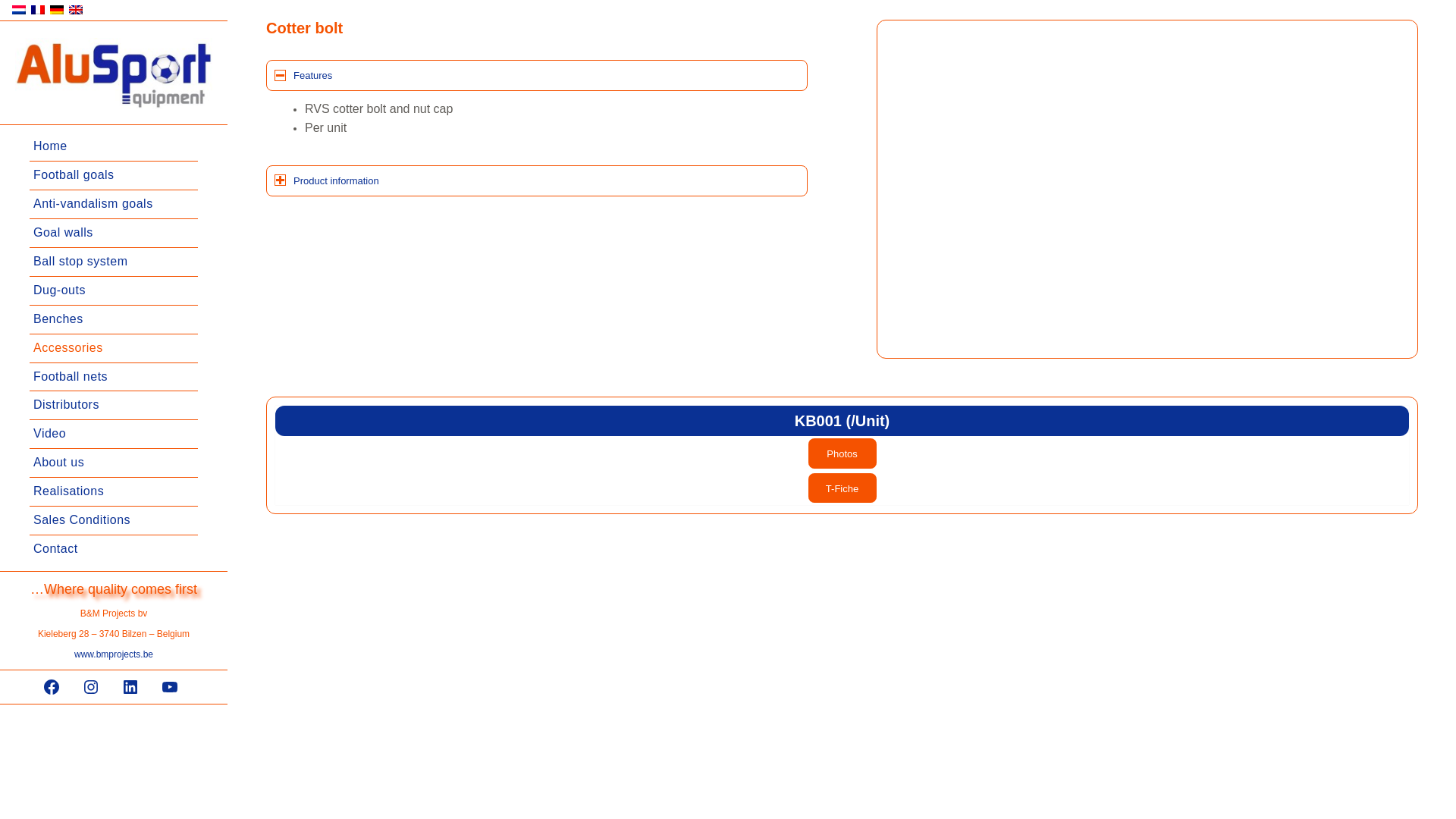  What do you see at coordinates (112, 435) in the screenshot?
I see `'Video'` at bounding box center [112, 435].